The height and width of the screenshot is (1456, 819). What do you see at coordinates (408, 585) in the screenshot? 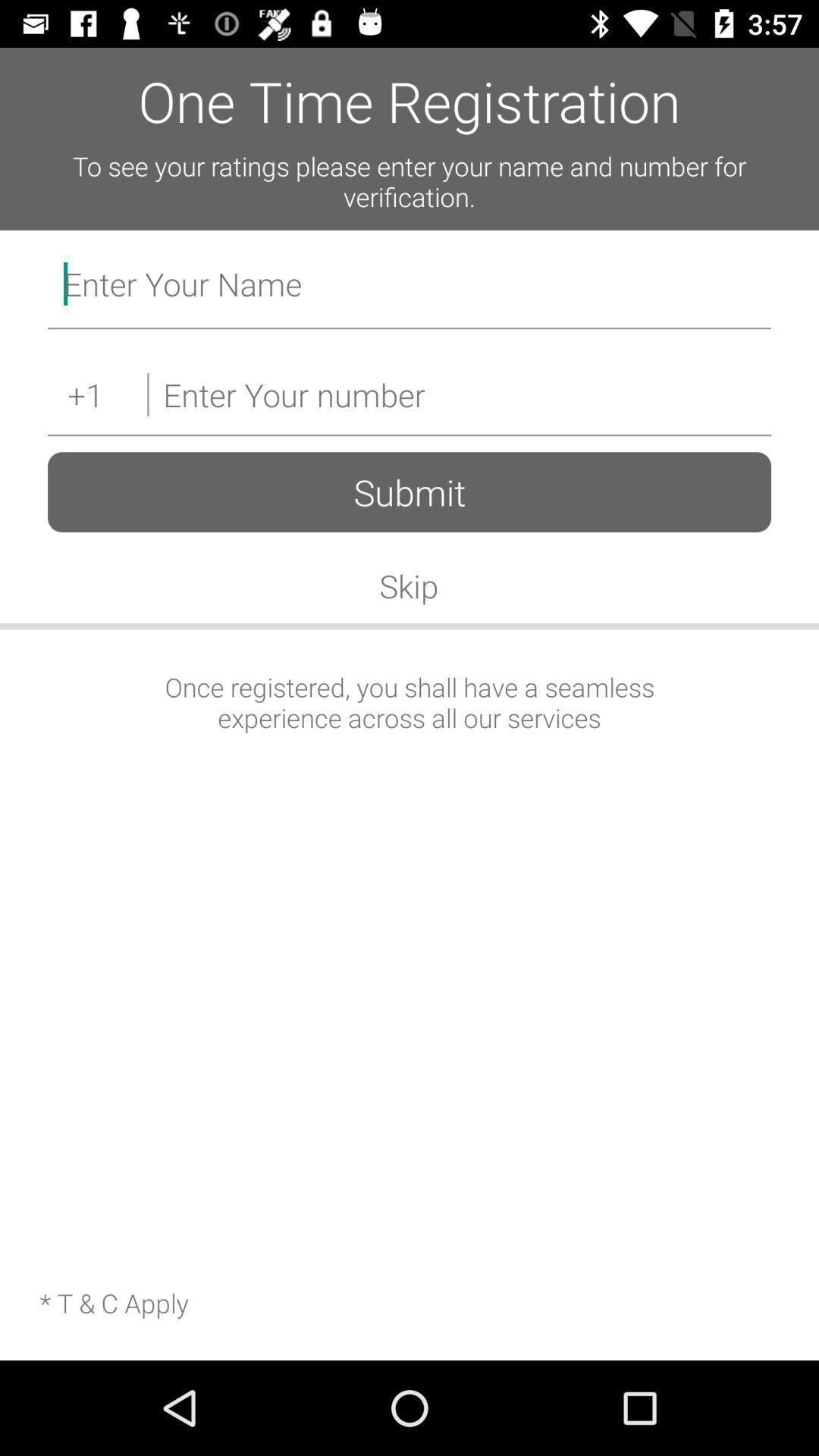
I see `the skip` at bounding box center [408, 585].